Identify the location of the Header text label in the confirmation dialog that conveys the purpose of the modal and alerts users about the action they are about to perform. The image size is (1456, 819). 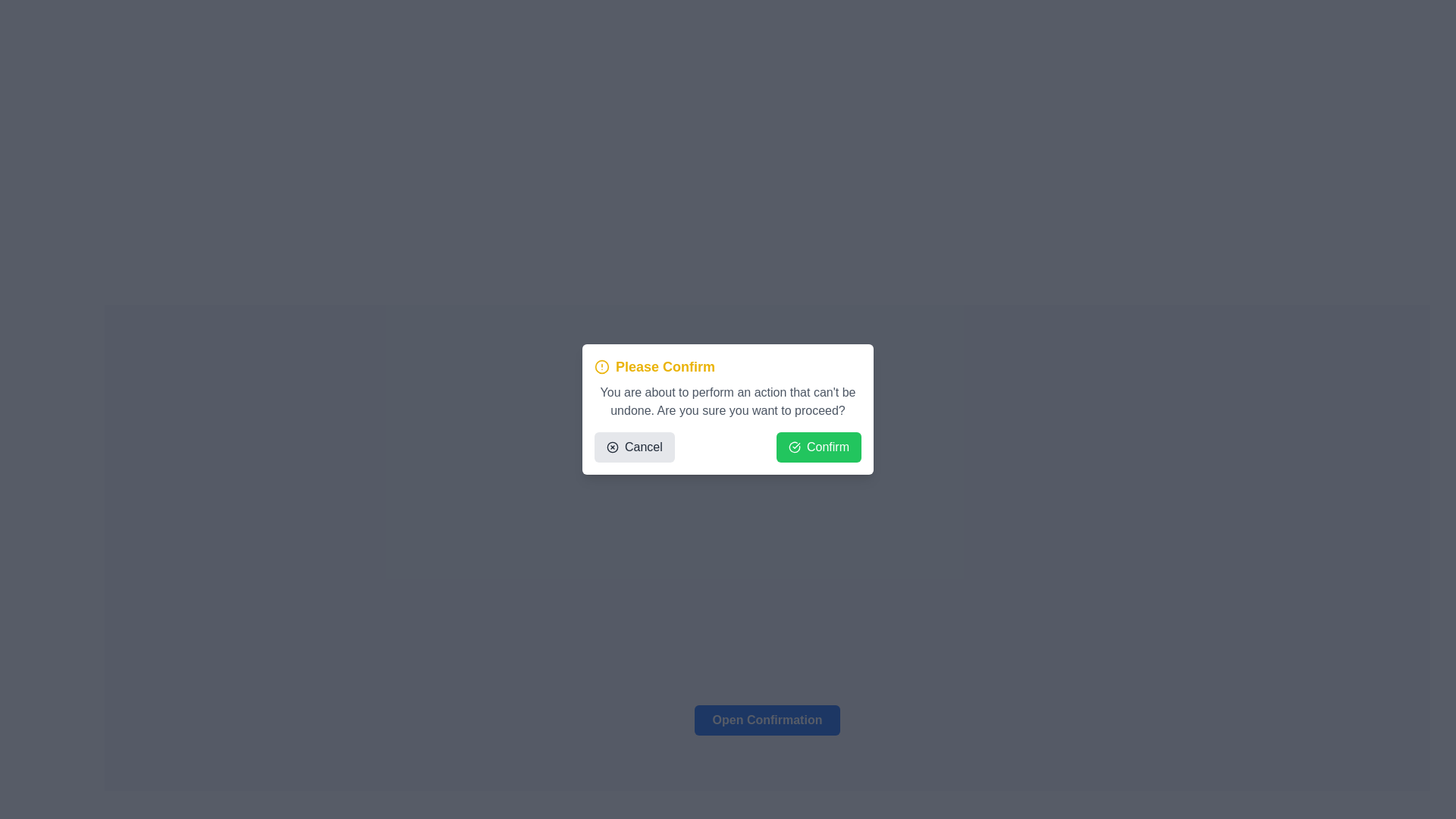
(665, 366).